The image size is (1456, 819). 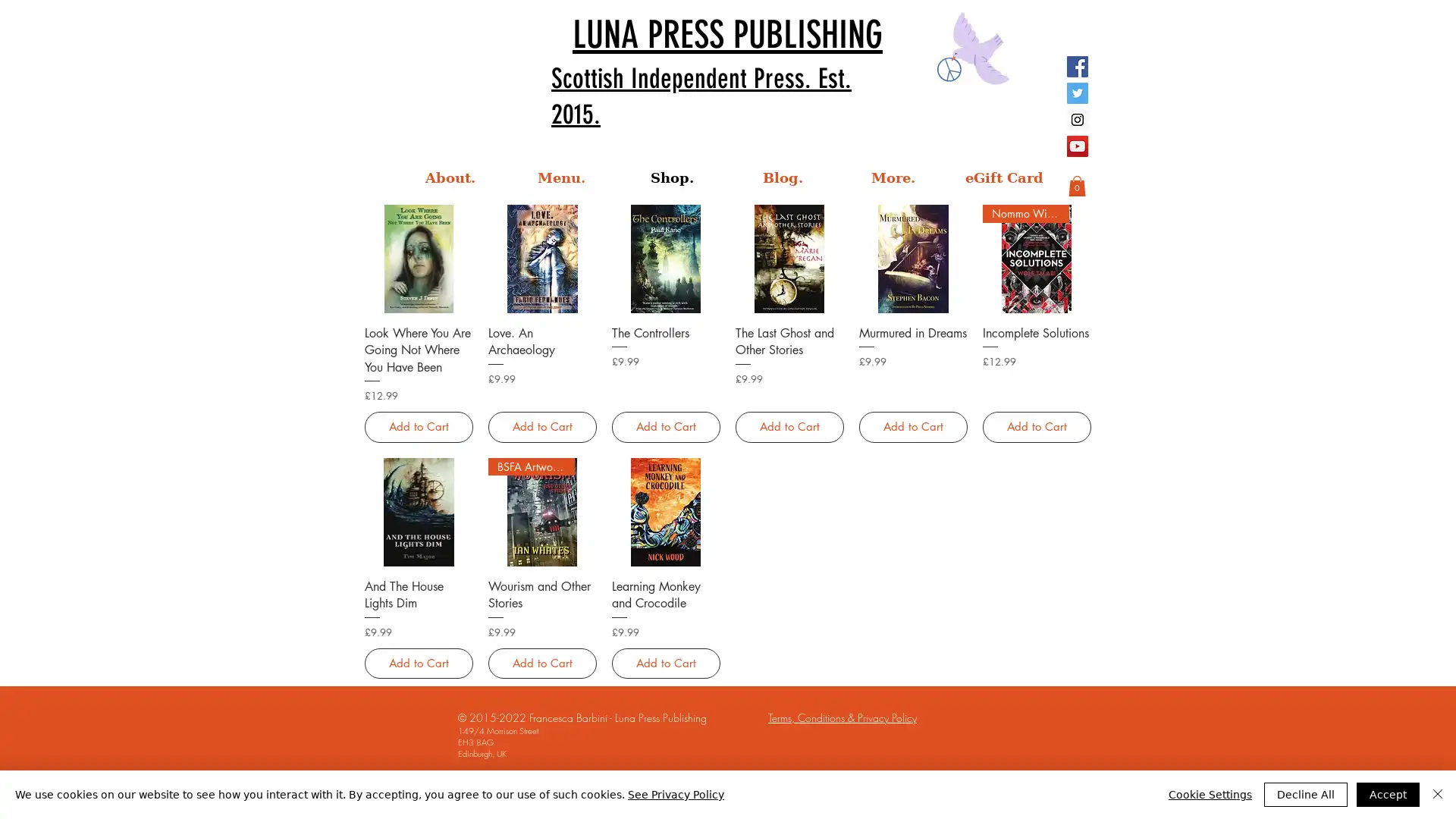 I want to click on Add to Cart, so click(x=912, y=427).